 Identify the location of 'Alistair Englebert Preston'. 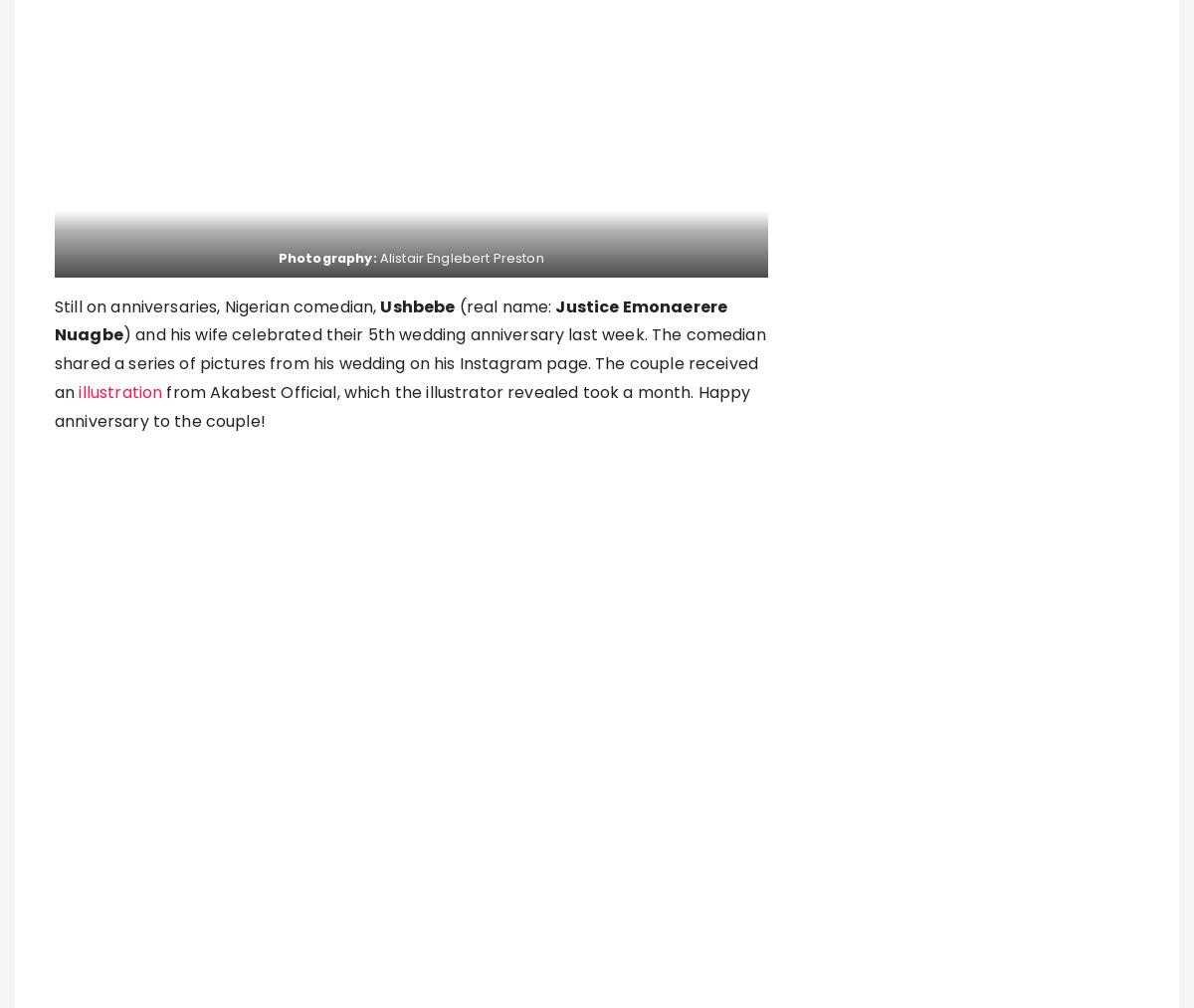
(379, 257).